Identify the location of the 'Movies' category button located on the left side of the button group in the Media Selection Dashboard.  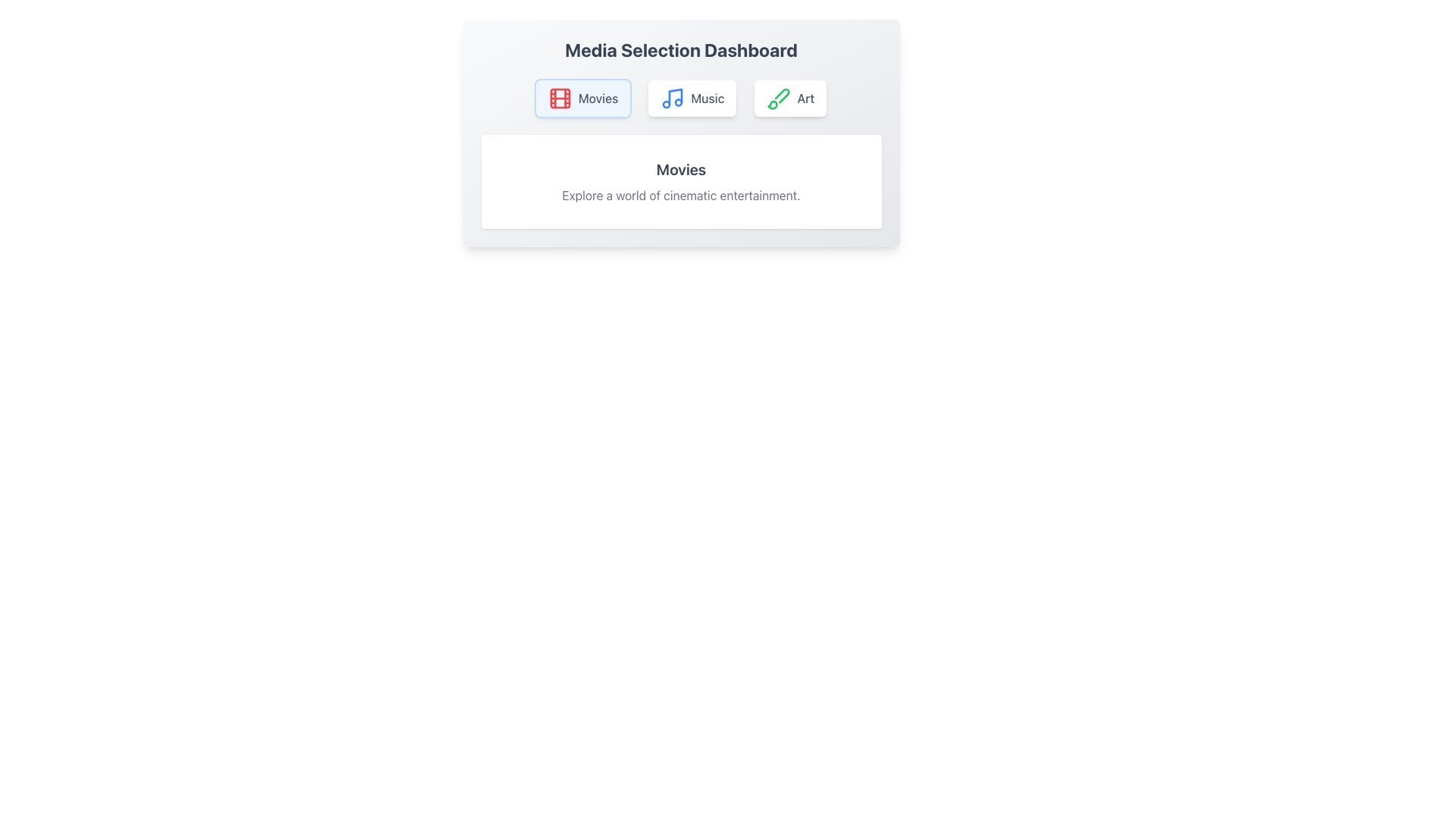
(582, 99).